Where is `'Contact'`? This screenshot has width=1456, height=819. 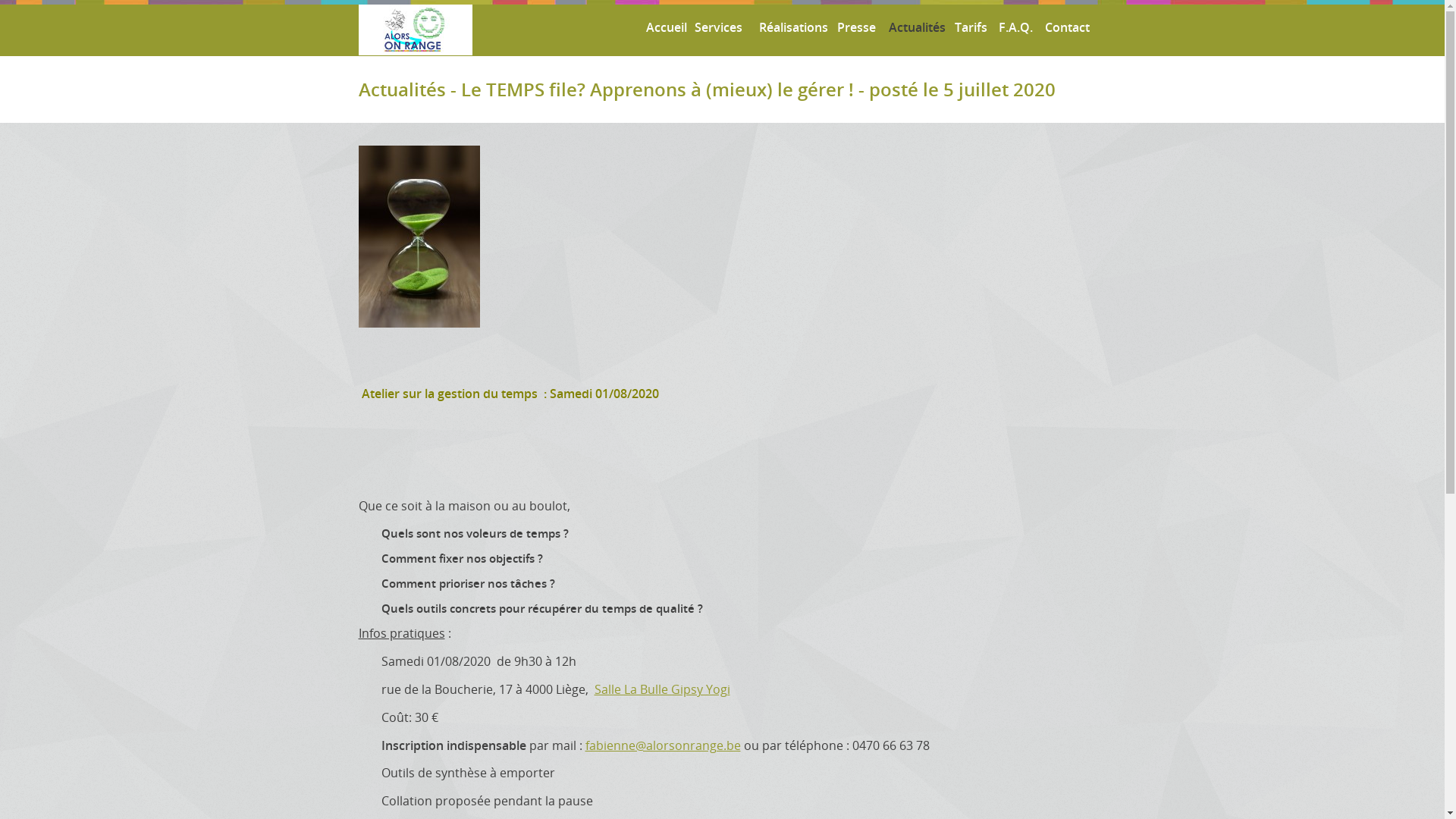 'Contact' is located at coordinates (1063, 27).